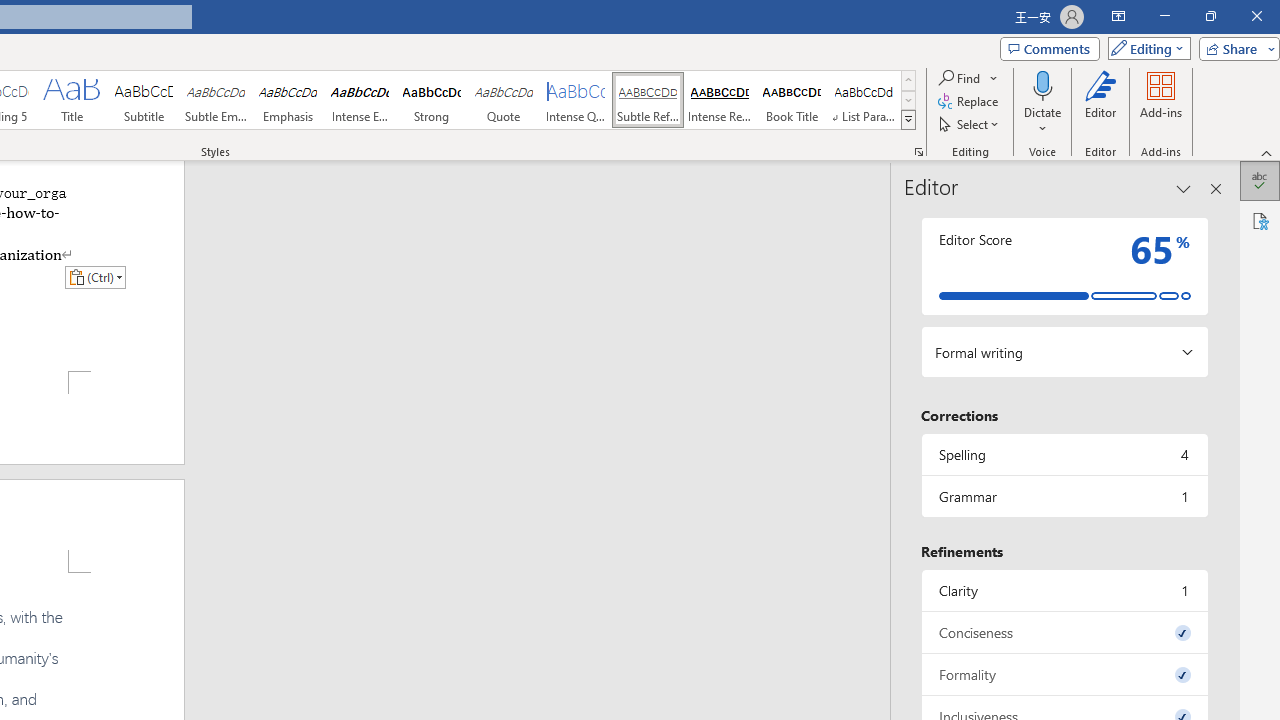 This screenshot has width=1280, height=720. What do you see at coordinates (1063, 674) in the screenshot?
I see `'Formality, 0 issues. Press space or enter to review items.'` at bounding box center [1063, 674].